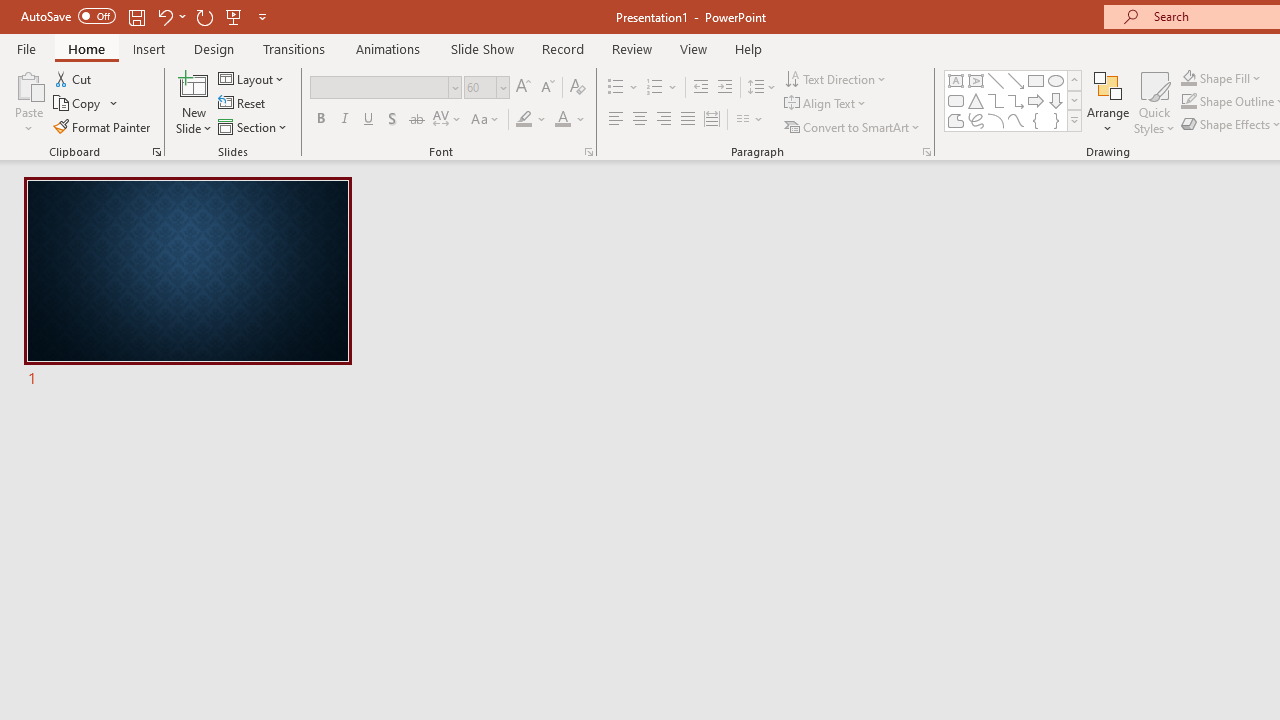 The width and height of the screenshot is (1280, 720). What do you see at coordinates (415, 119) in the screenshot?
I see `'Strikethrough'` at bounding box center [415, 119].